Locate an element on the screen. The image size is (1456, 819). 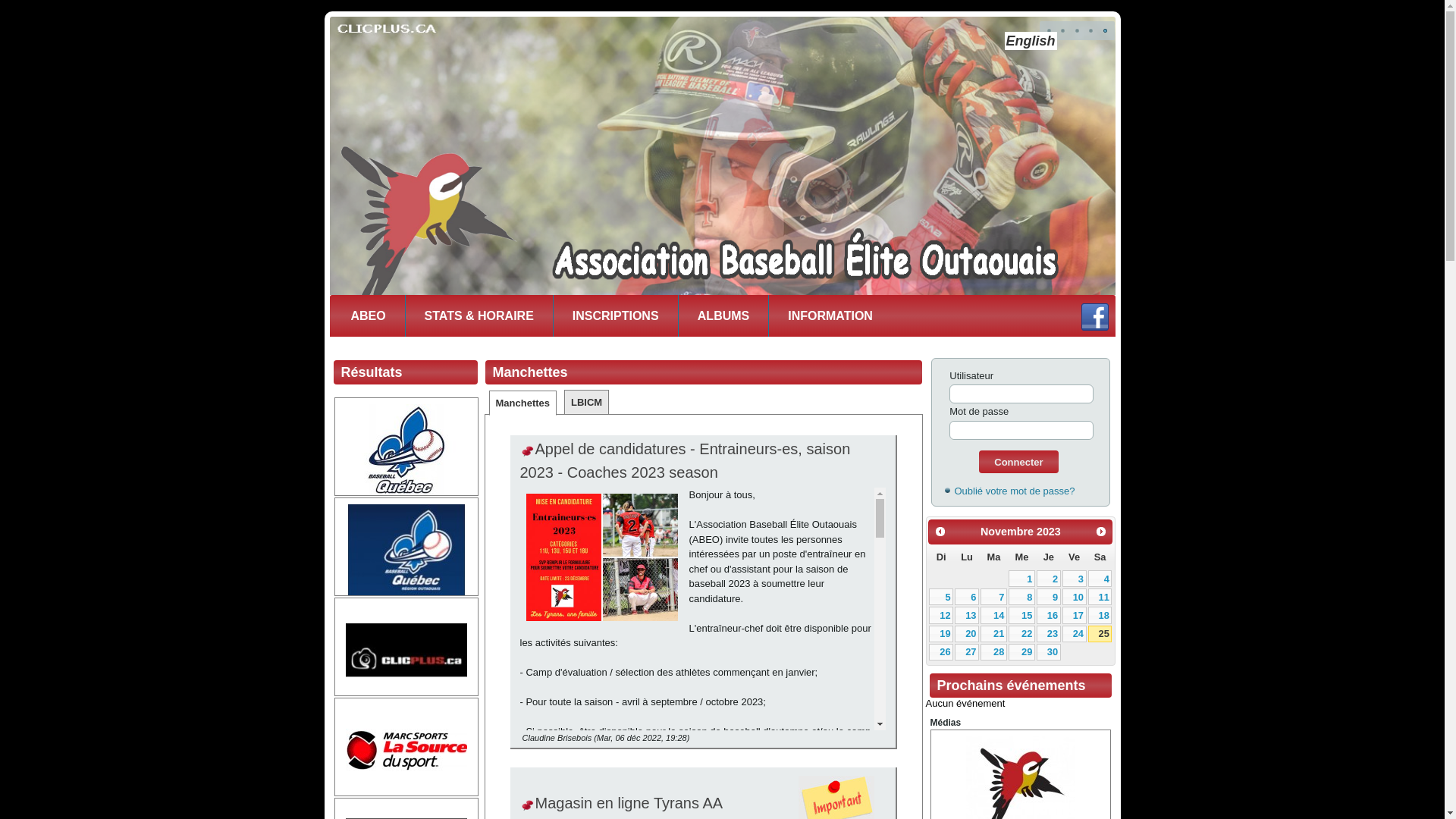
'4' is located at coordinates (1087, 579).